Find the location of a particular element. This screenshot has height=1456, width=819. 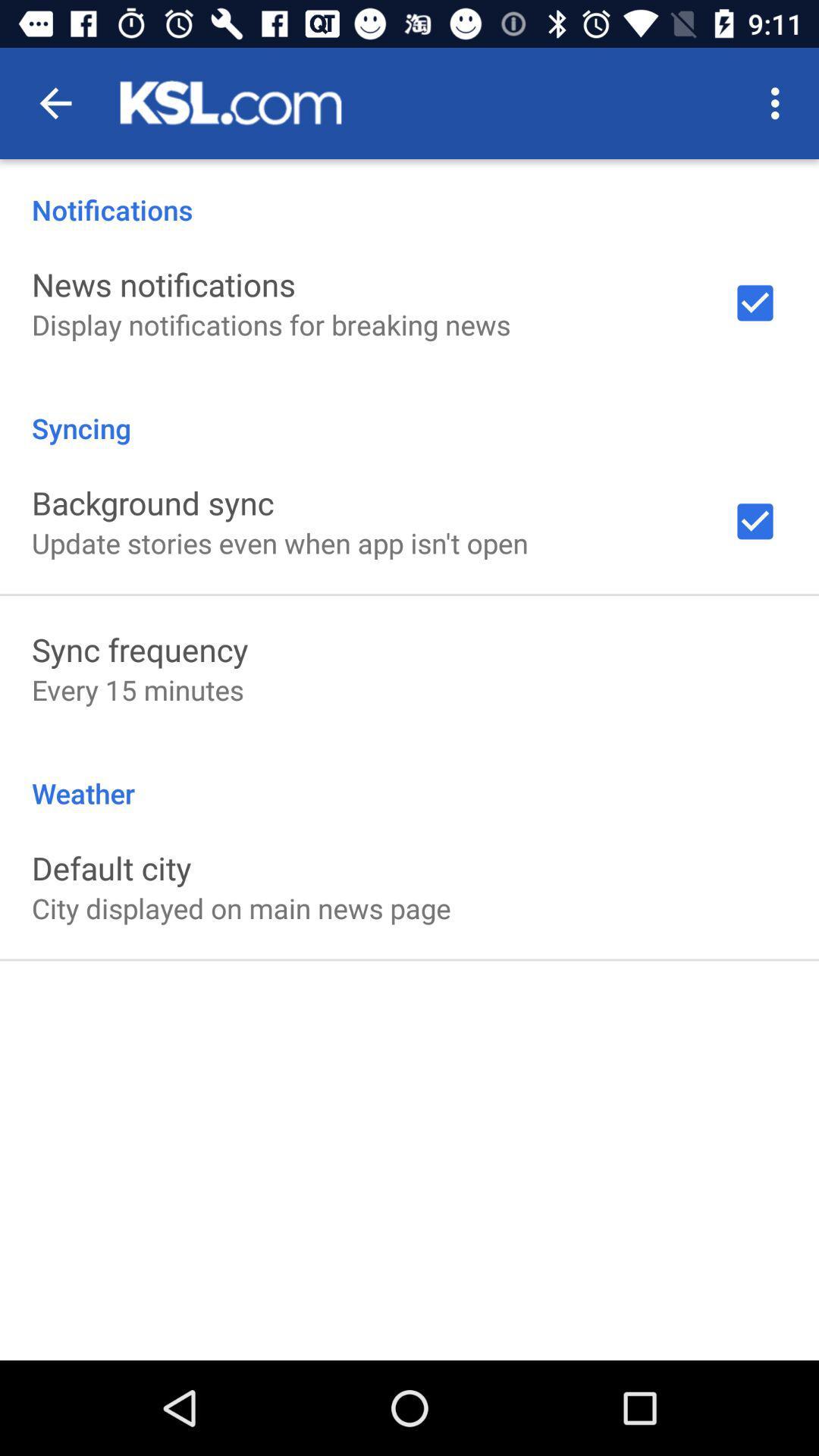

display notifications for is located at coordinates (270, 324).